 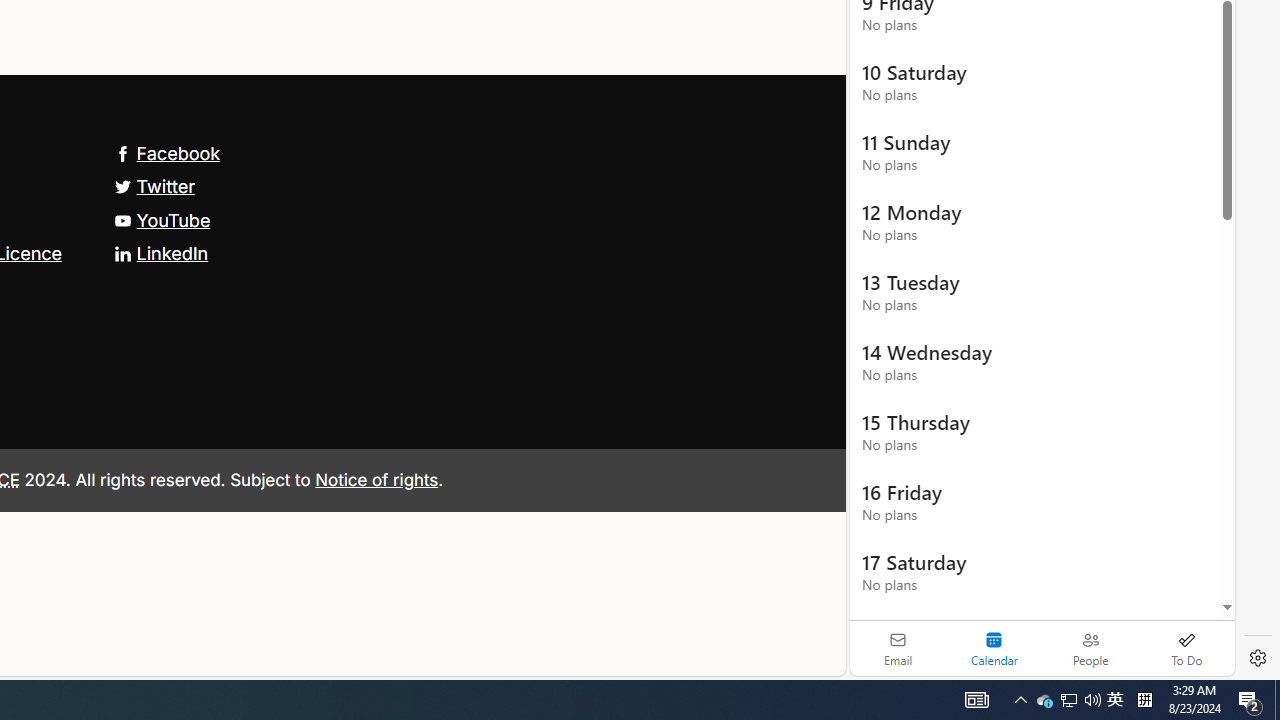 I want to click on 'People', so click(x=1089, y=648).